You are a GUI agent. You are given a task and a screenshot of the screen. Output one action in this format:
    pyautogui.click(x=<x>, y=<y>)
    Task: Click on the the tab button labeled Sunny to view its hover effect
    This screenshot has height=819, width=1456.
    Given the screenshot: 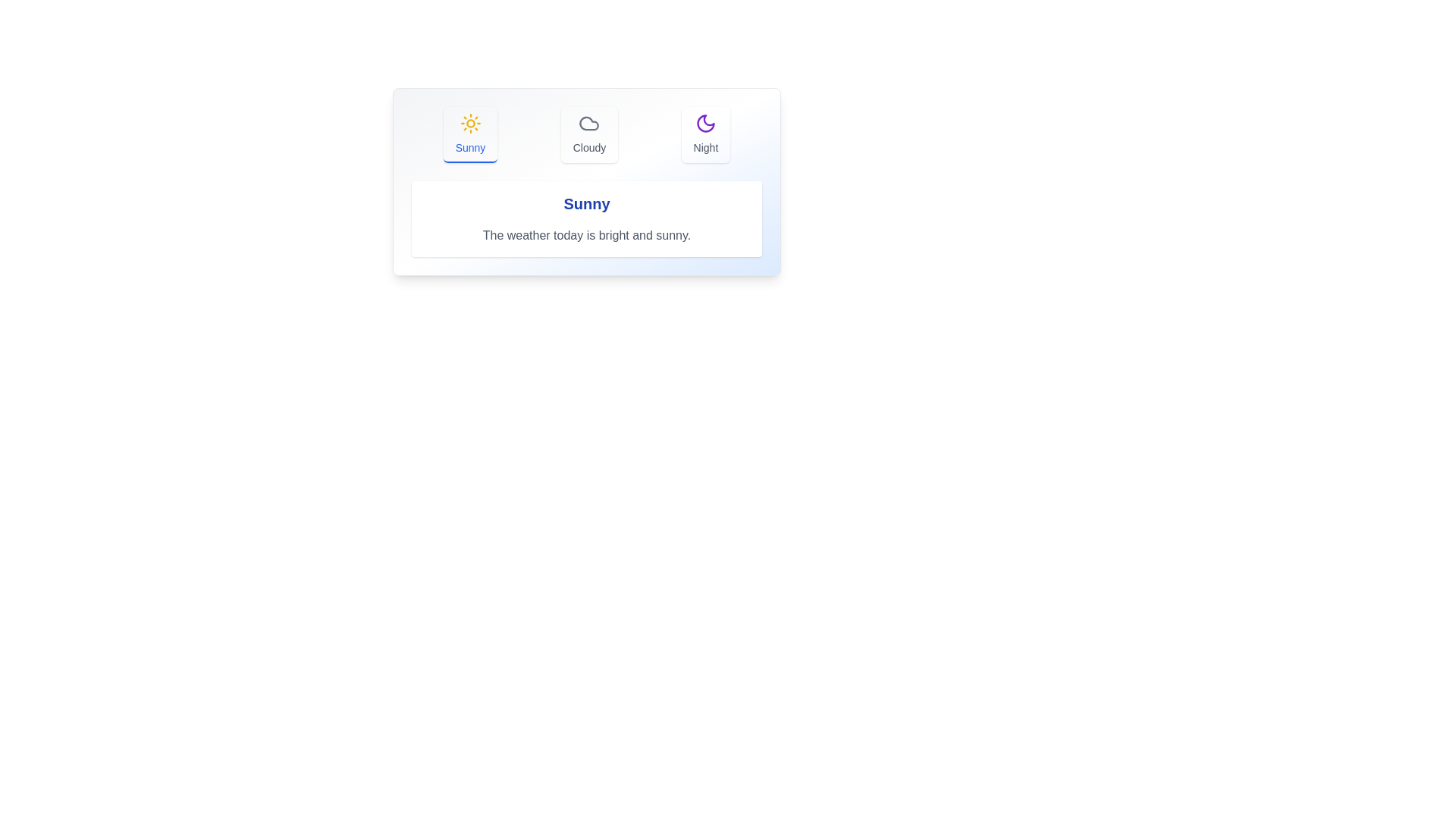 What is the action you would take?
    pyautogui.click(x=469, y=133)
    